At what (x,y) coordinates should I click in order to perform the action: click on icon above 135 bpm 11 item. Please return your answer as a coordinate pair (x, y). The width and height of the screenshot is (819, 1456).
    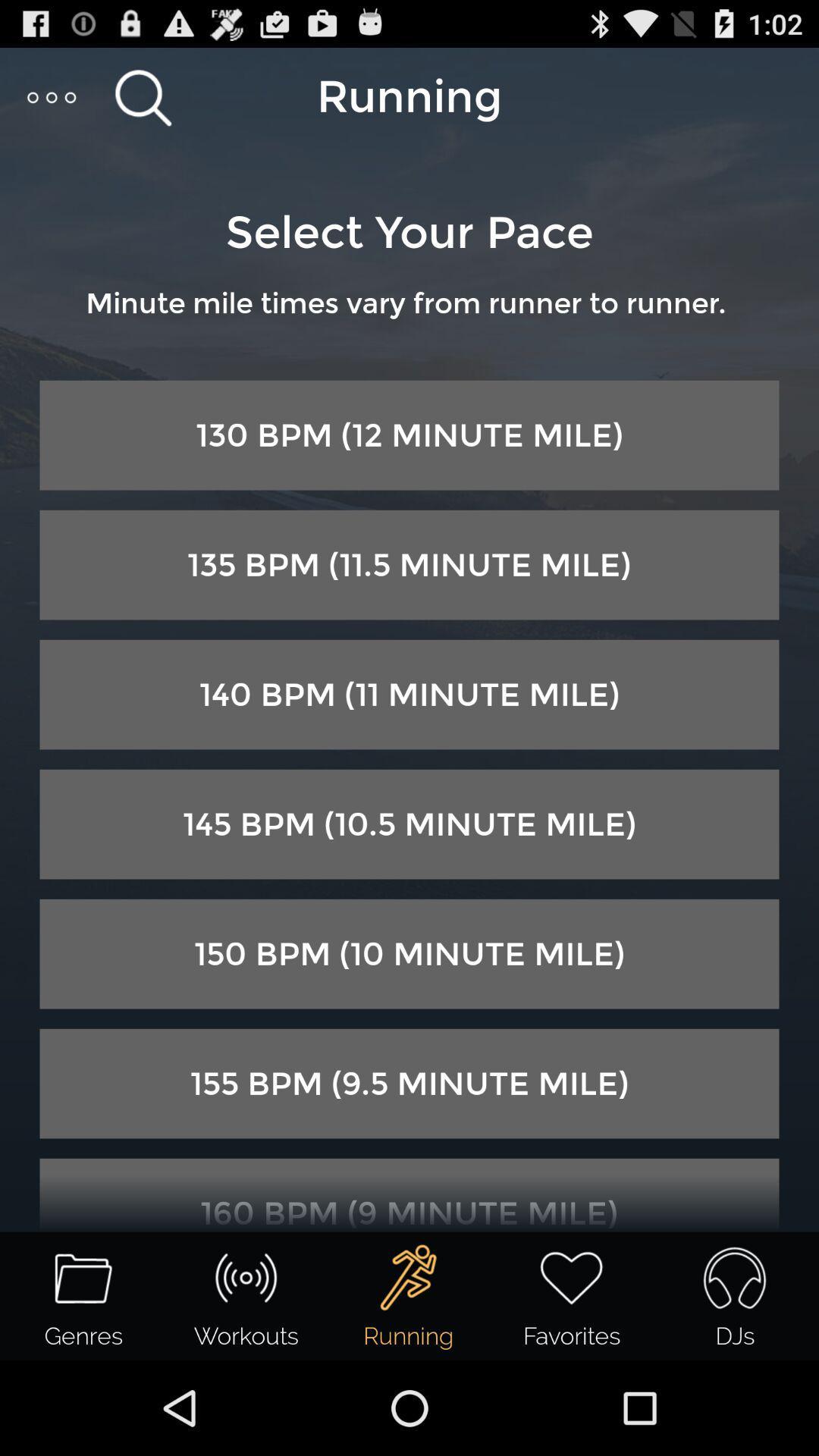
    Looking at the image, I should click on (409, 435).